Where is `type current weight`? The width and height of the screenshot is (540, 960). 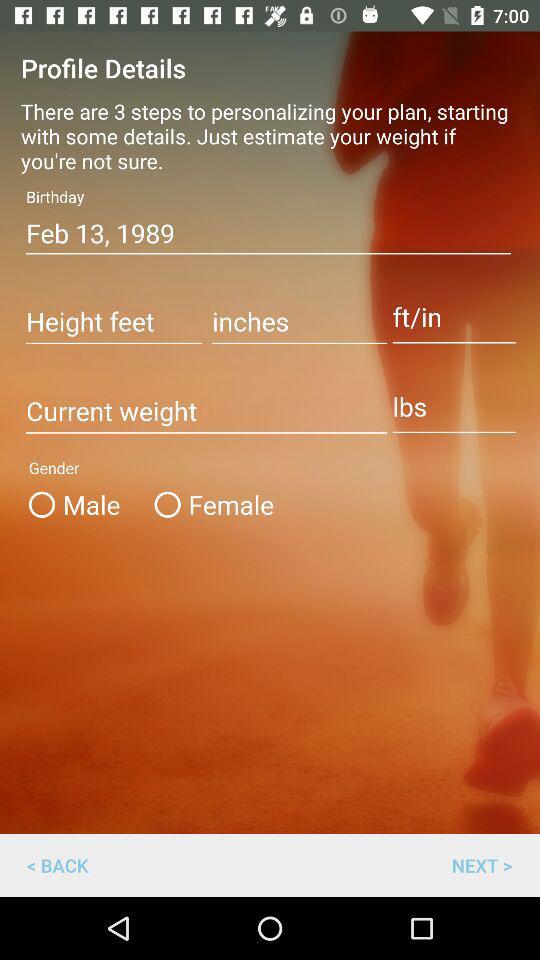 type current weight is located at coordinates (205, 411).